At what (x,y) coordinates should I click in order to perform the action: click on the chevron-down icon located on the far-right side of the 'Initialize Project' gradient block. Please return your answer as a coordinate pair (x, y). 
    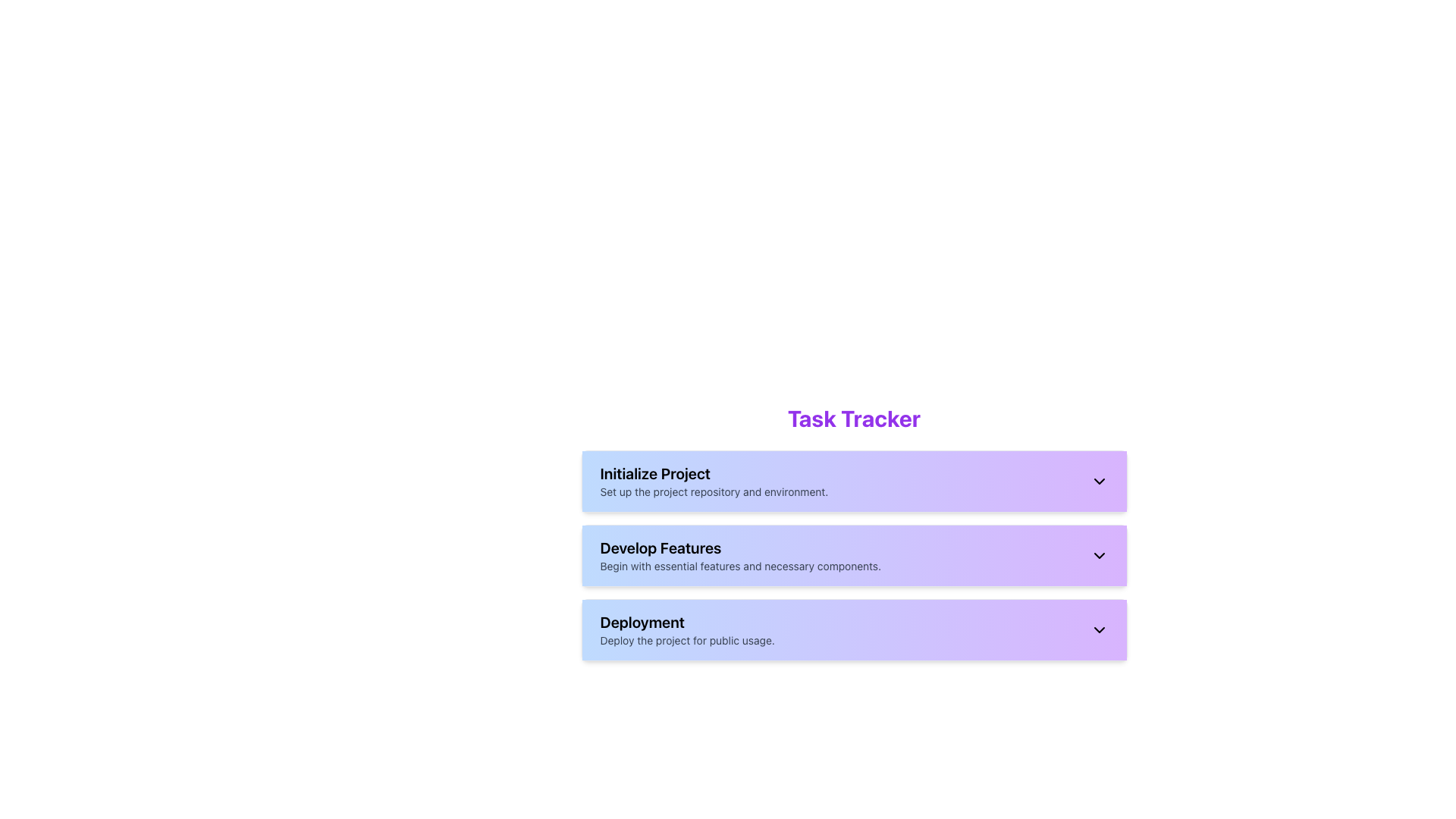
    Looking at the image, I should click on (1099, 482).